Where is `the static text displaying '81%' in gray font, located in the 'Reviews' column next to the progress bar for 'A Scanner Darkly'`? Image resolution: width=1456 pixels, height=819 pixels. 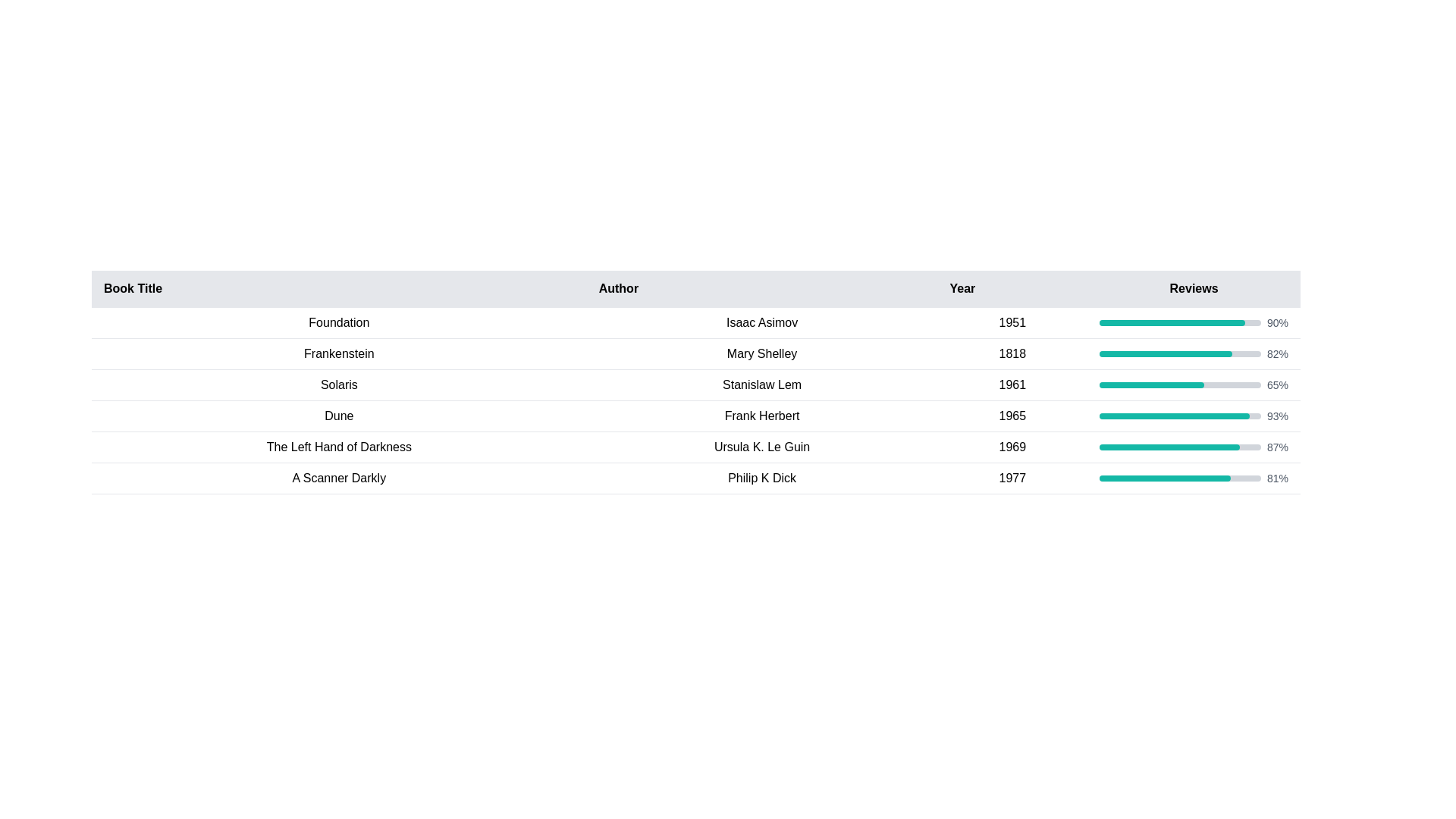
the static text displaying '81%' in gray font, located in the 'Reviews' column next to the progress bar for 'A Scanner Darkly' is located at coordinates (1276, 479).